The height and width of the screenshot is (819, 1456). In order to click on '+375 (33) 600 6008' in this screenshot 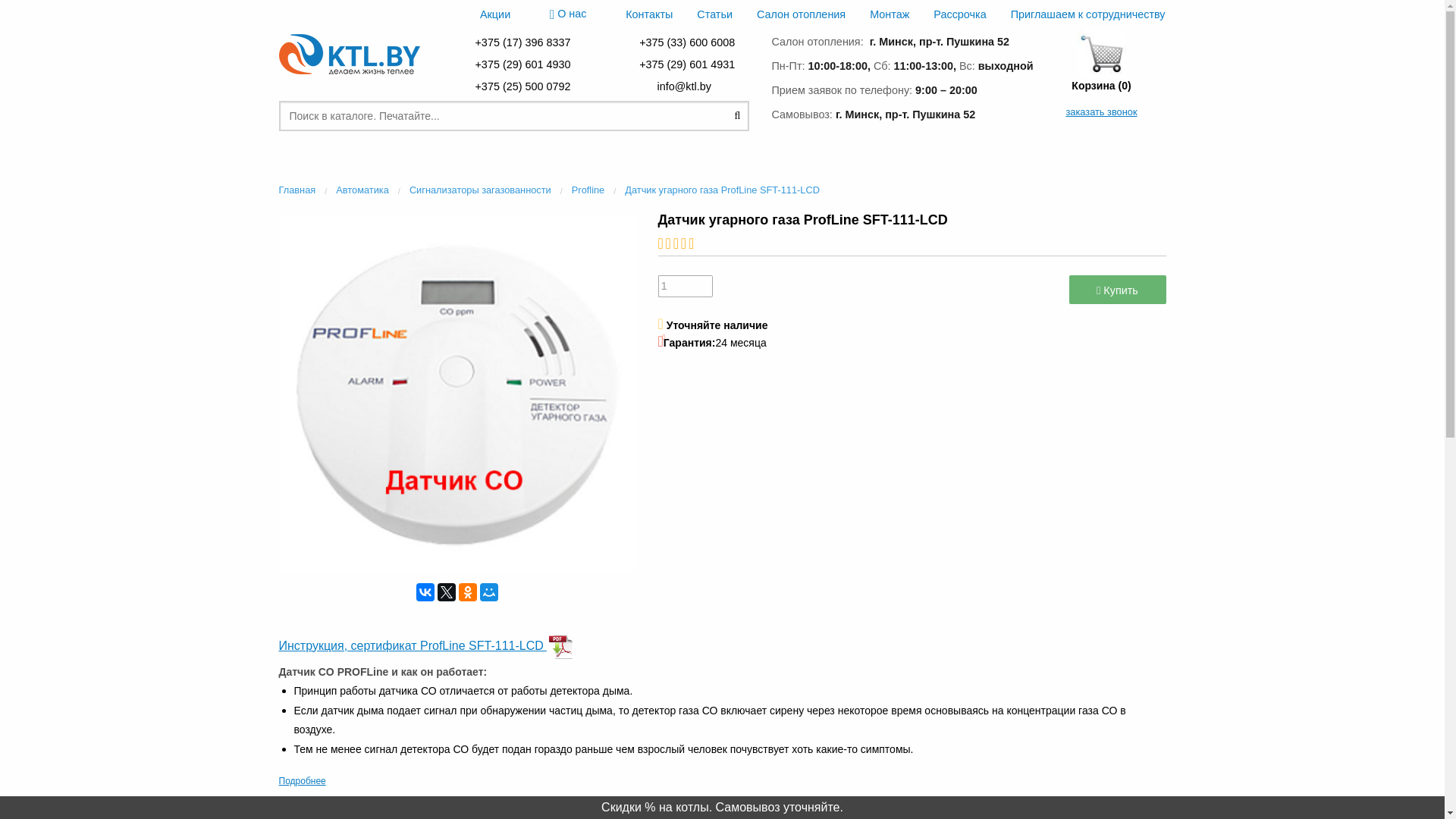, I will do `click(686, 42)`.